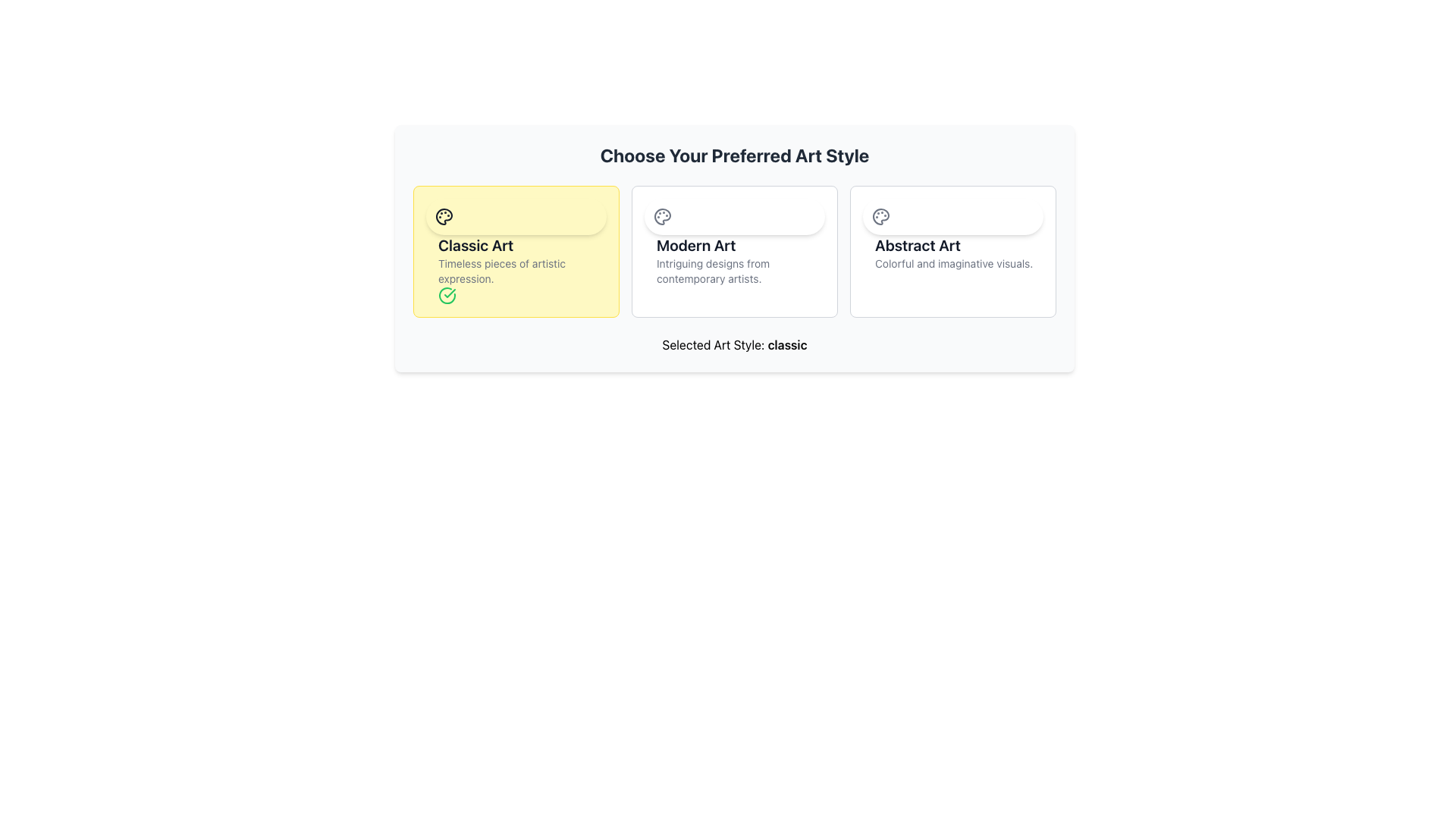 The image size is (1456, 819). I want to click on the visual state of the green checkmark icon located in the bottom-right area of the 'Classic Art' card option, which is highlighted by a yellow background, so click(449, 293).